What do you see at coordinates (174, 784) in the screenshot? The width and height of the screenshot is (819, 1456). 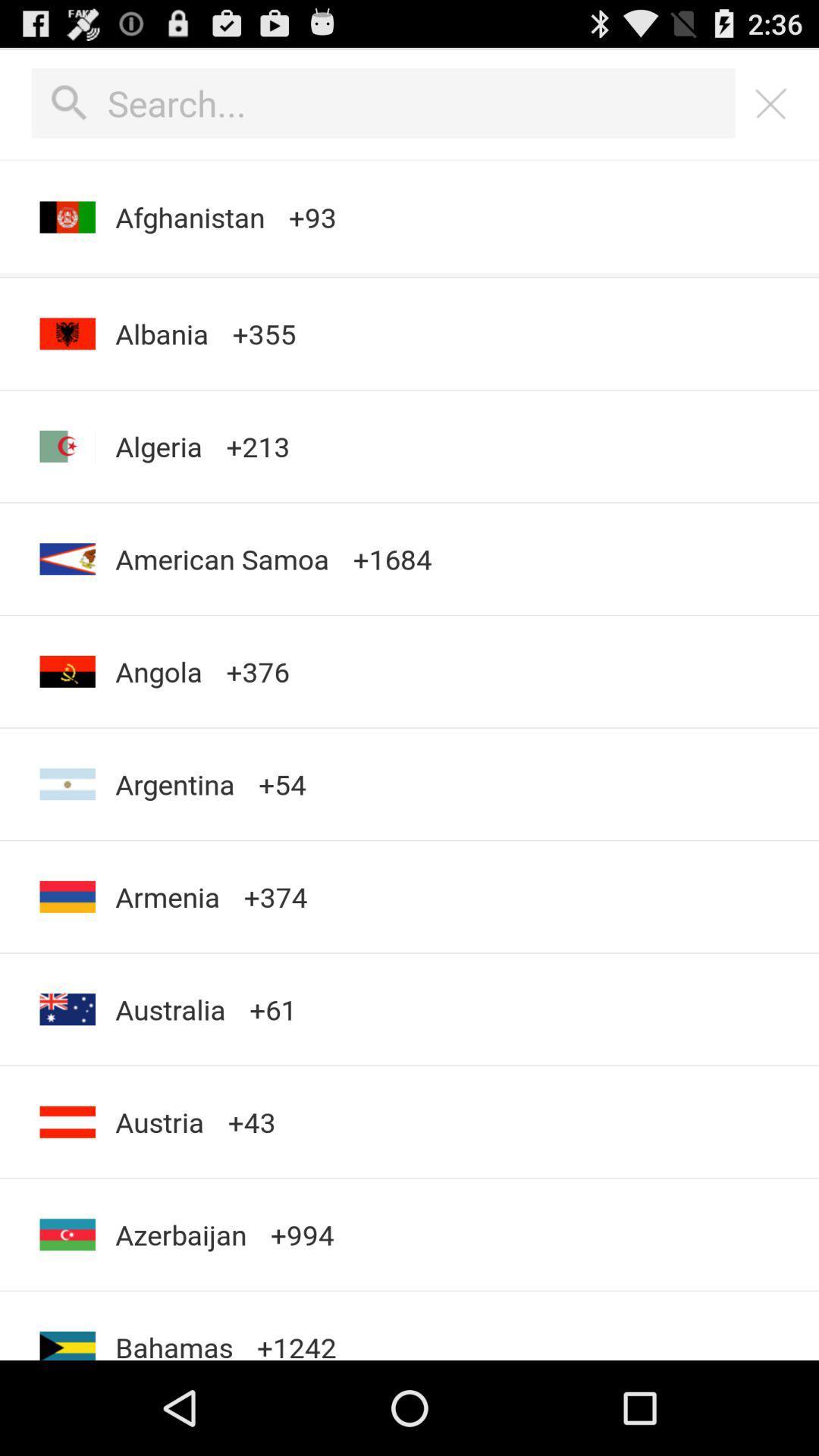 I see `the item above the armenia item` at bounding box center [174, 784].